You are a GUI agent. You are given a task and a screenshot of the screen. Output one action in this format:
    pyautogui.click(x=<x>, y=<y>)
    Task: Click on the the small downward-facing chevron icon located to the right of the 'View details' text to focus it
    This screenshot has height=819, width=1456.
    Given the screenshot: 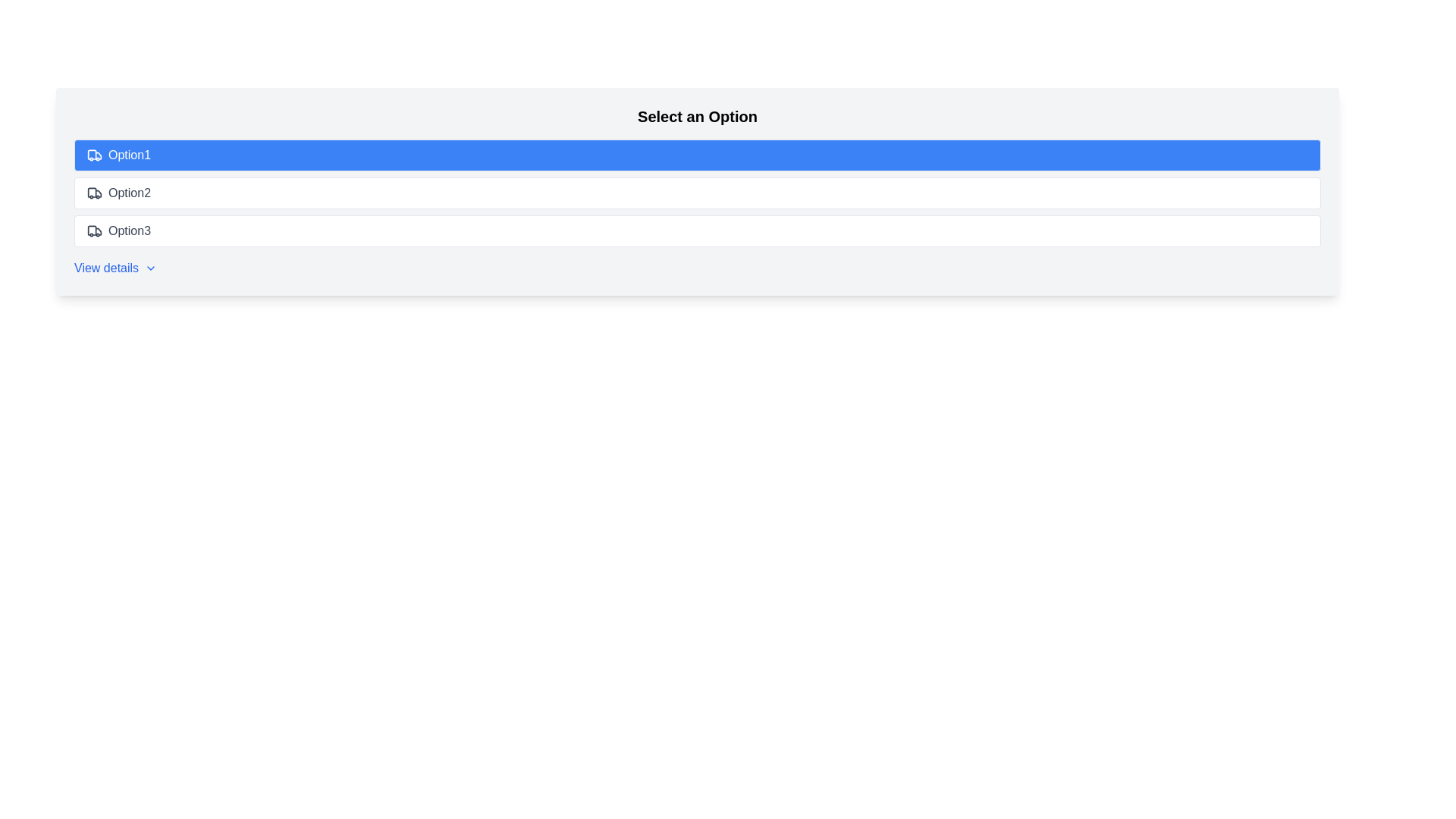 What is the action you would take?
    pyautogui.click(x=151, y=268)
    